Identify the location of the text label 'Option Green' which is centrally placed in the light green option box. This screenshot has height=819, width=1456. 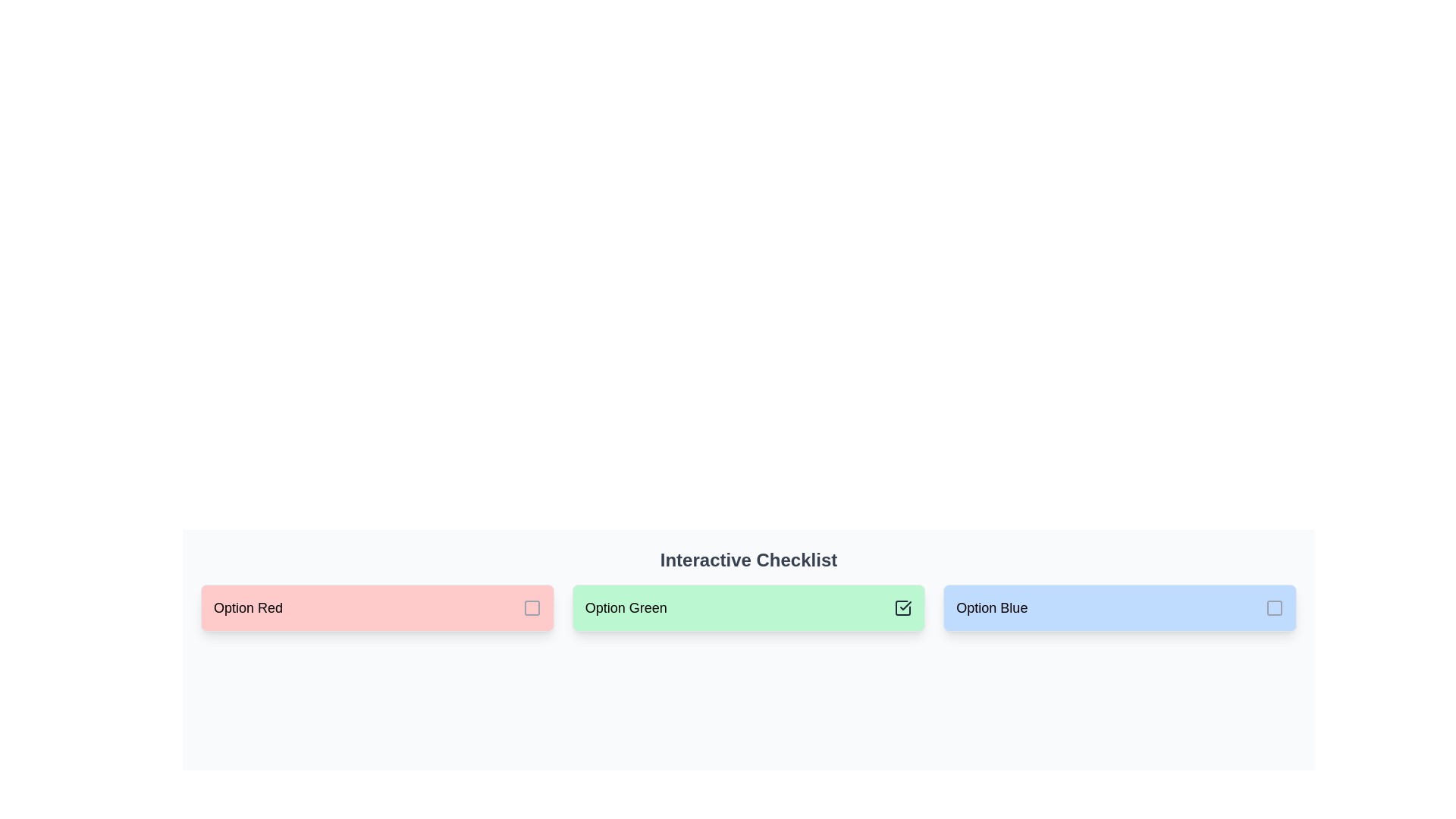
(626, 607).